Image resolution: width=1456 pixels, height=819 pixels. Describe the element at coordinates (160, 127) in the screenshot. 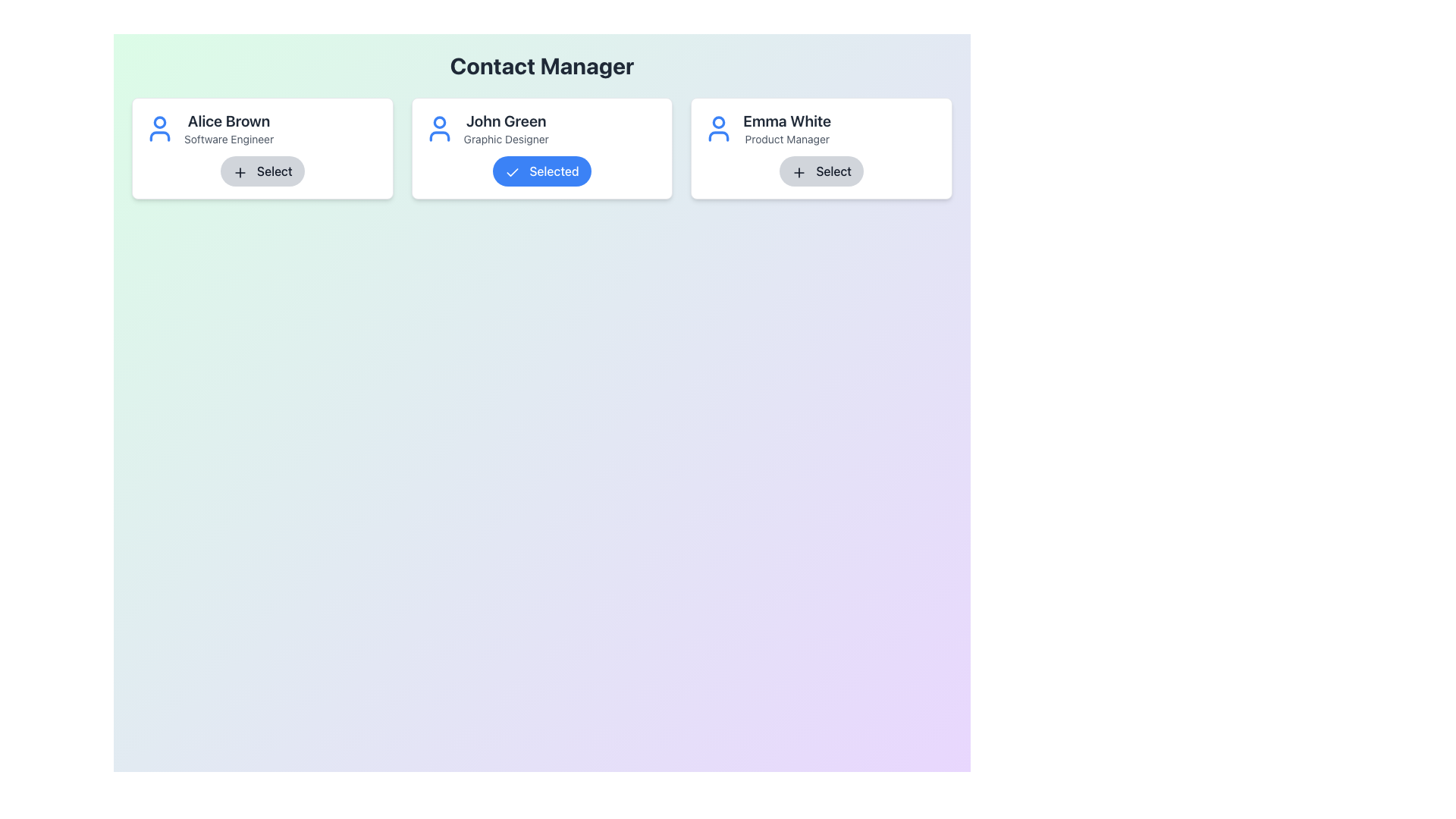

I see `the SVG image icon representing the user associated with the card, which is located to the left of the text 'Alice Brown Software Engineer' in the top-left corner of the card interface` at that location.